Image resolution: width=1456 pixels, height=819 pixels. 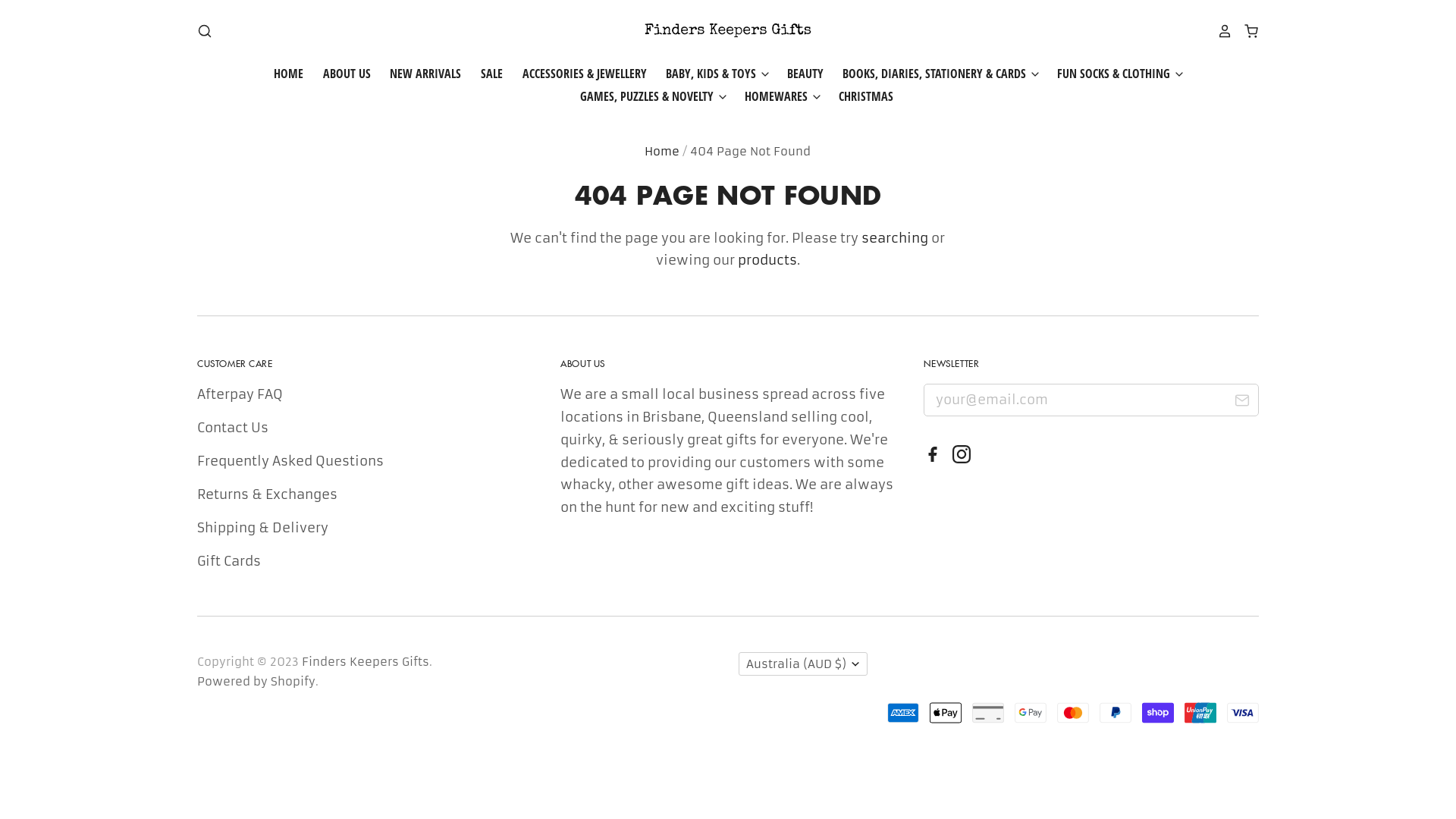 I want to click on 'Contact Us', so click(x=232, y=427).